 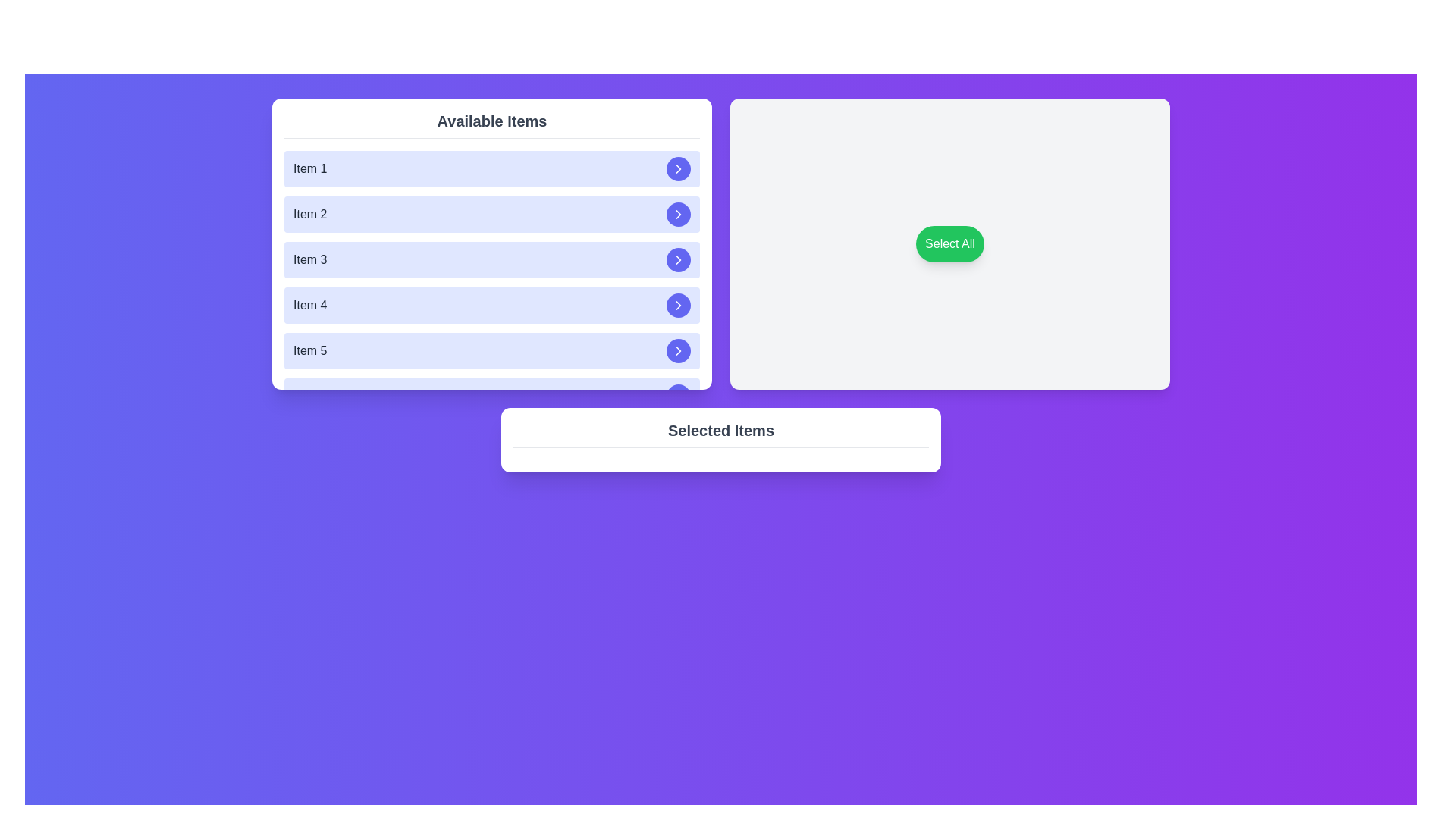 What do you see at coordinates (677, 396) in the screenshot?
I see `the Chevron icon in the fifth item of the 'Available Items' list in the left panel` at bounding box center [677, 396].